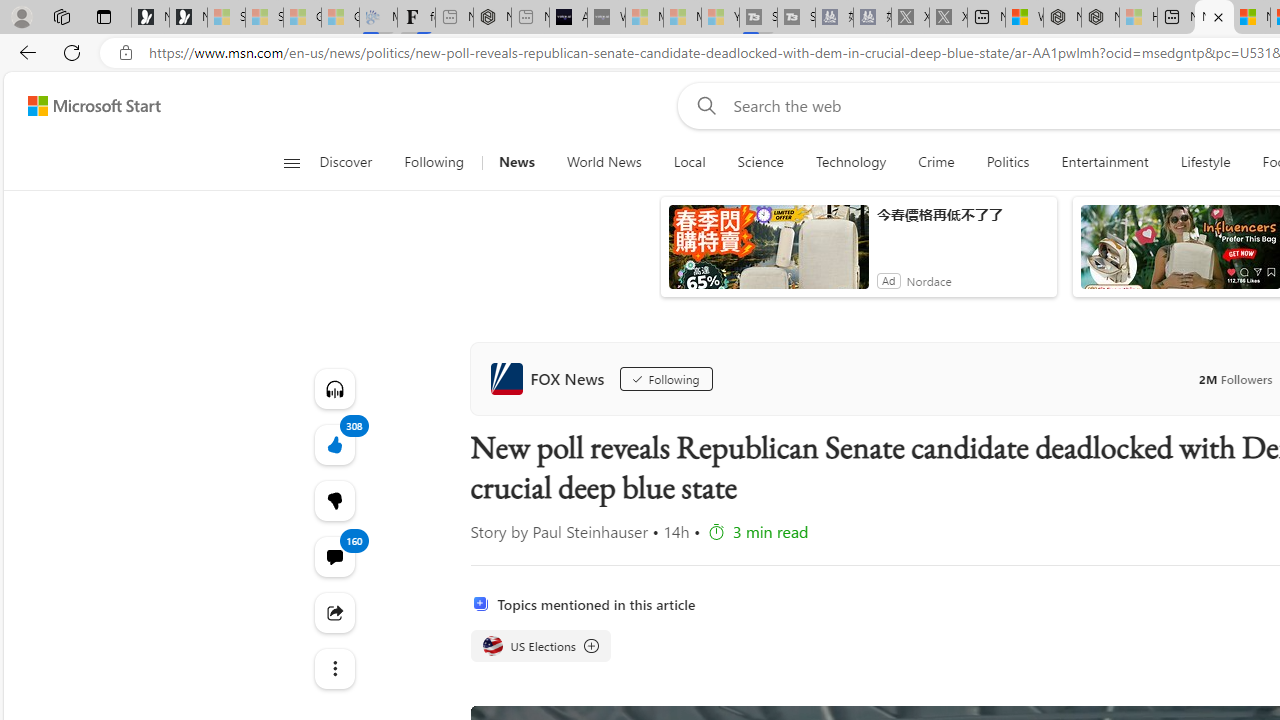 Image resolution: width=1280 pixels, height=720 pixels. Describe the element at coordinates (540, 645) in the screenshot. I see `'US Elections US Elections US Elections'` at that location.